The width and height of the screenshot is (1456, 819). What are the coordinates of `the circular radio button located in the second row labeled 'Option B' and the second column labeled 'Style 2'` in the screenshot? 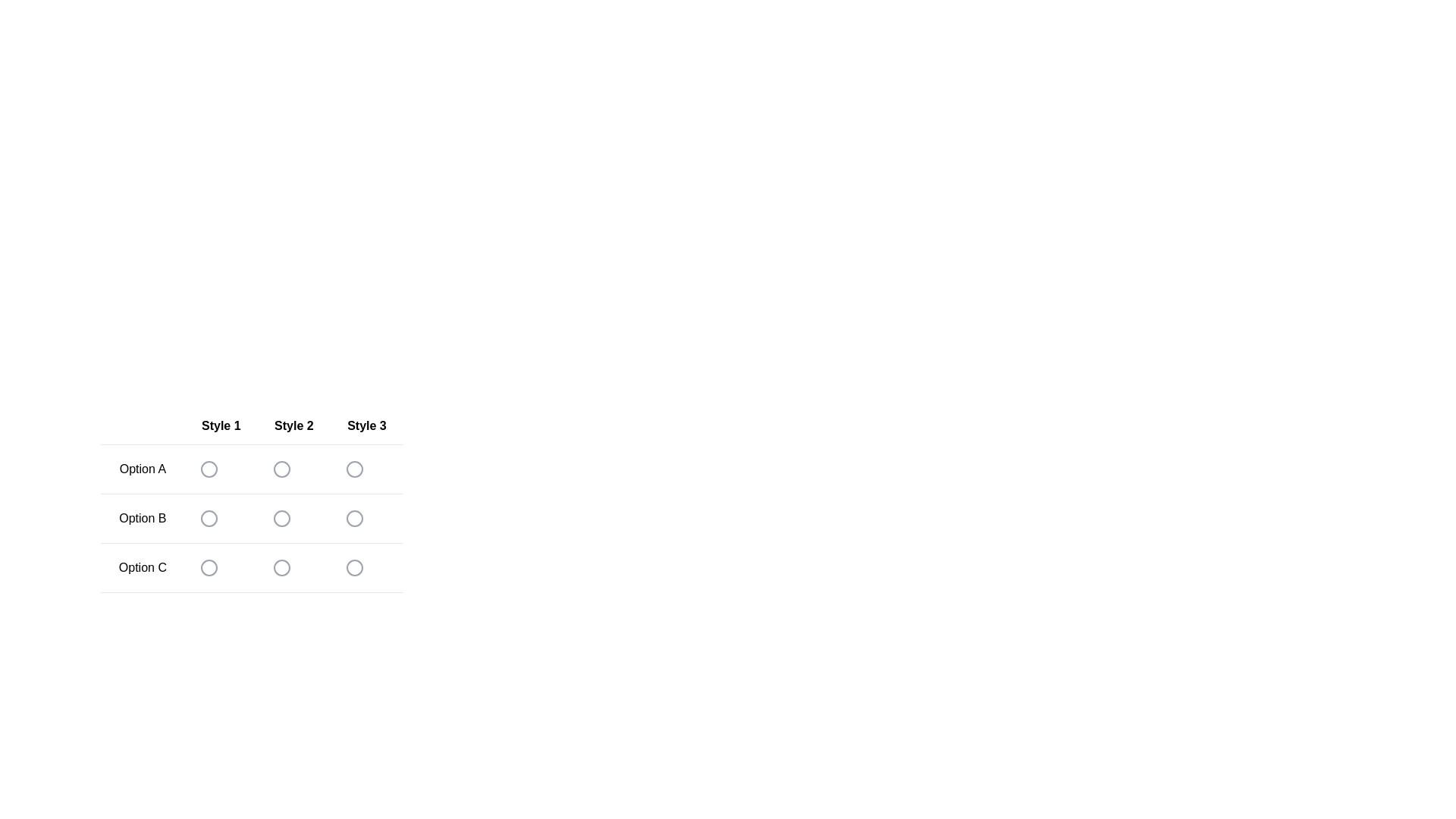 It's located at (252, 522).